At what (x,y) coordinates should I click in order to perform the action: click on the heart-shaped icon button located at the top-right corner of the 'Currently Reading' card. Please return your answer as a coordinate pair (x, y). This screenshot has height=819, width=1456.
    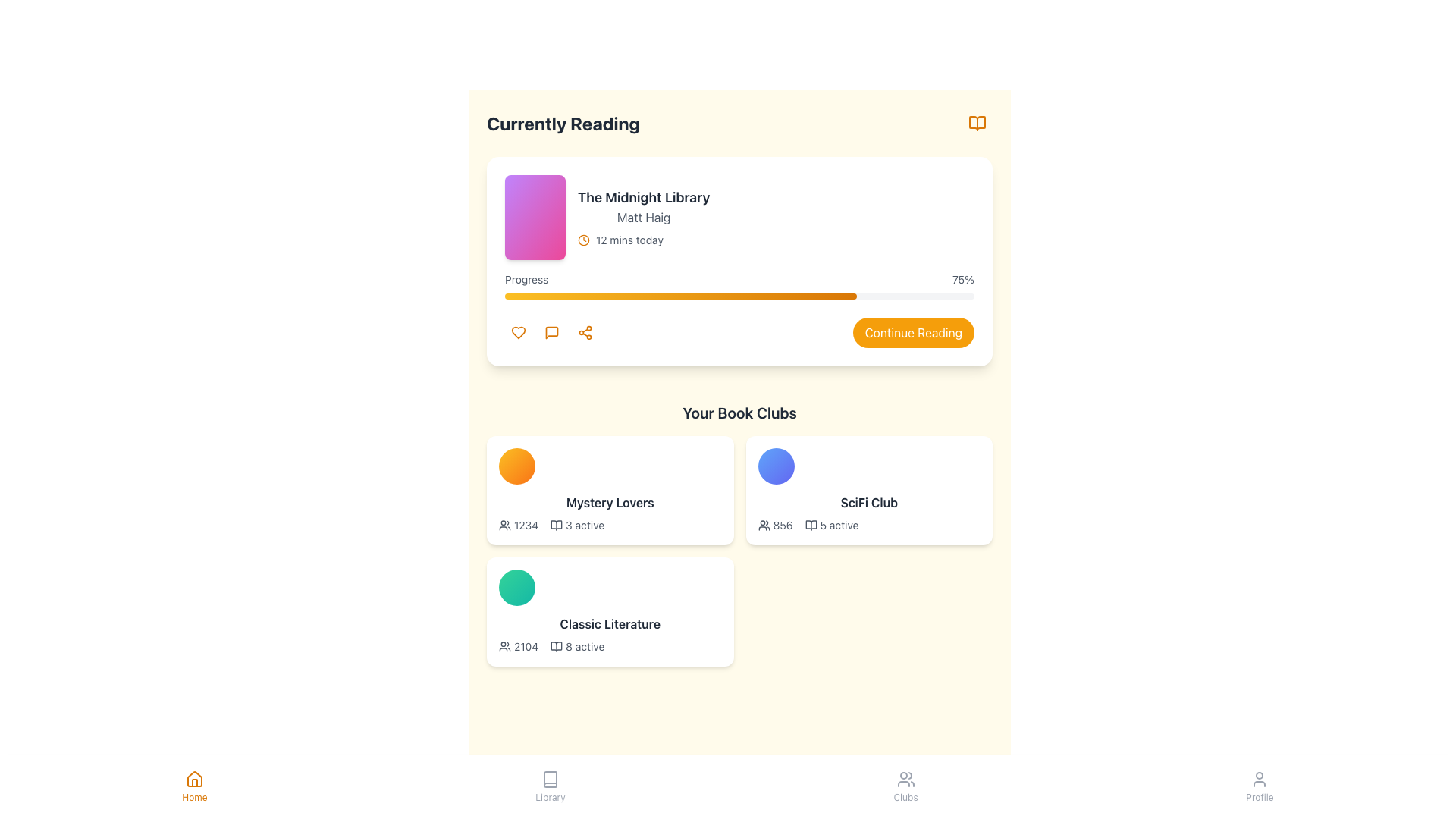
    Looking at the image, I should click on (519, 332).